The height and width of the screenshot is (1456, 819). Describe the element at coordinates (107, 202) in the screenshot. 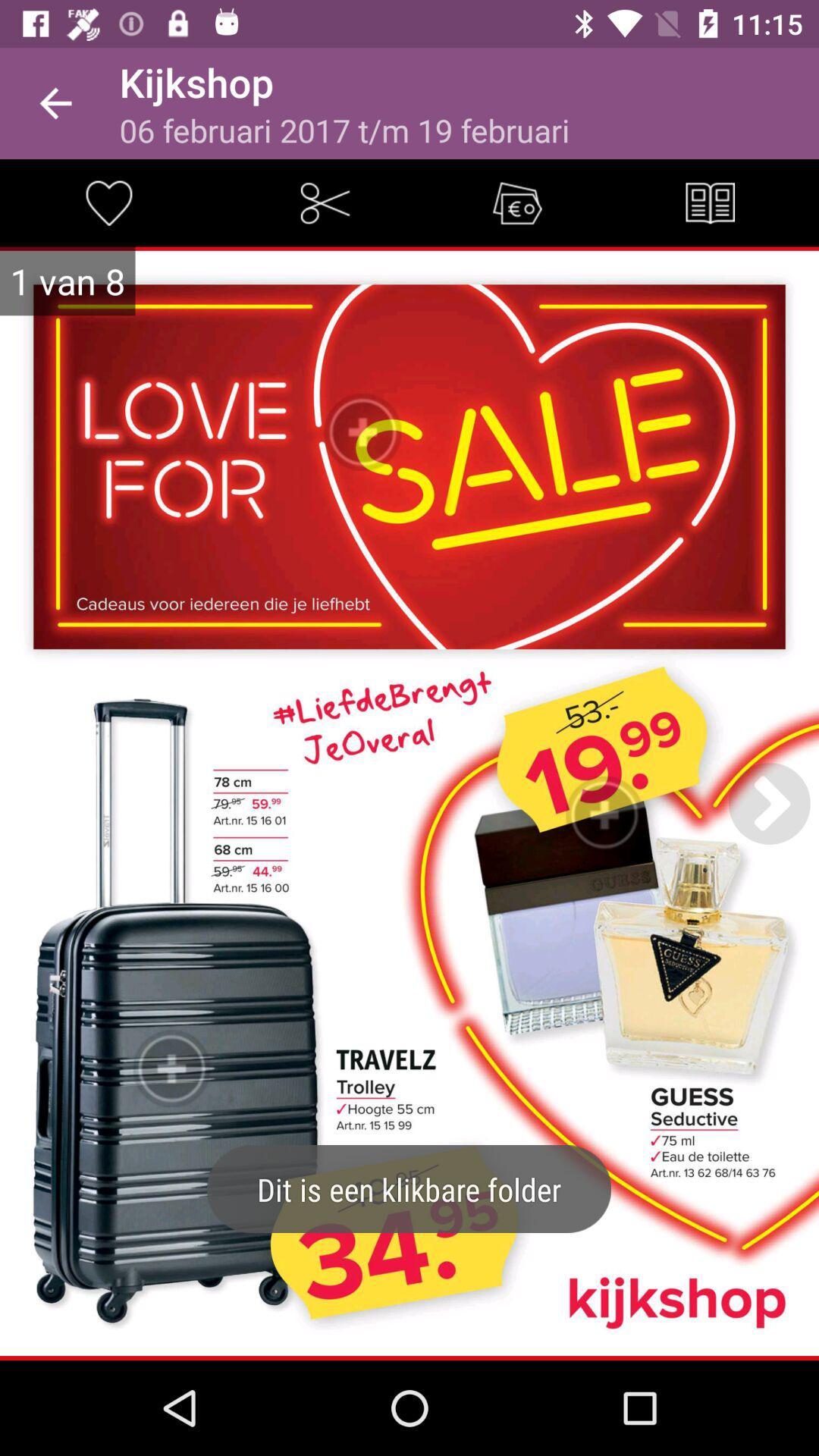

I see `like option` at that location.